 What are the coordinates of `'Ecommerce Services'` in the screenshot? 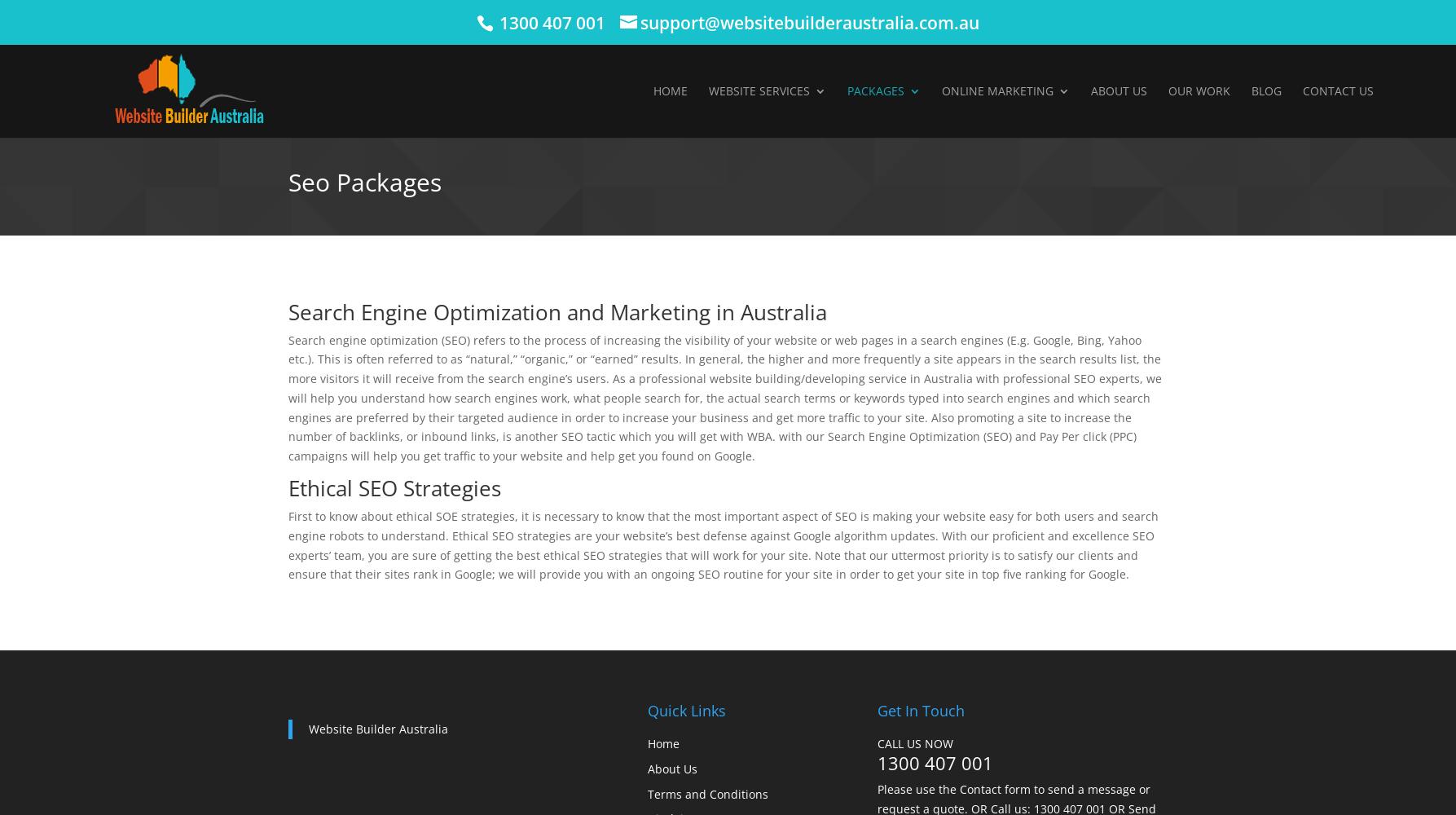 It's located at (803, 301).